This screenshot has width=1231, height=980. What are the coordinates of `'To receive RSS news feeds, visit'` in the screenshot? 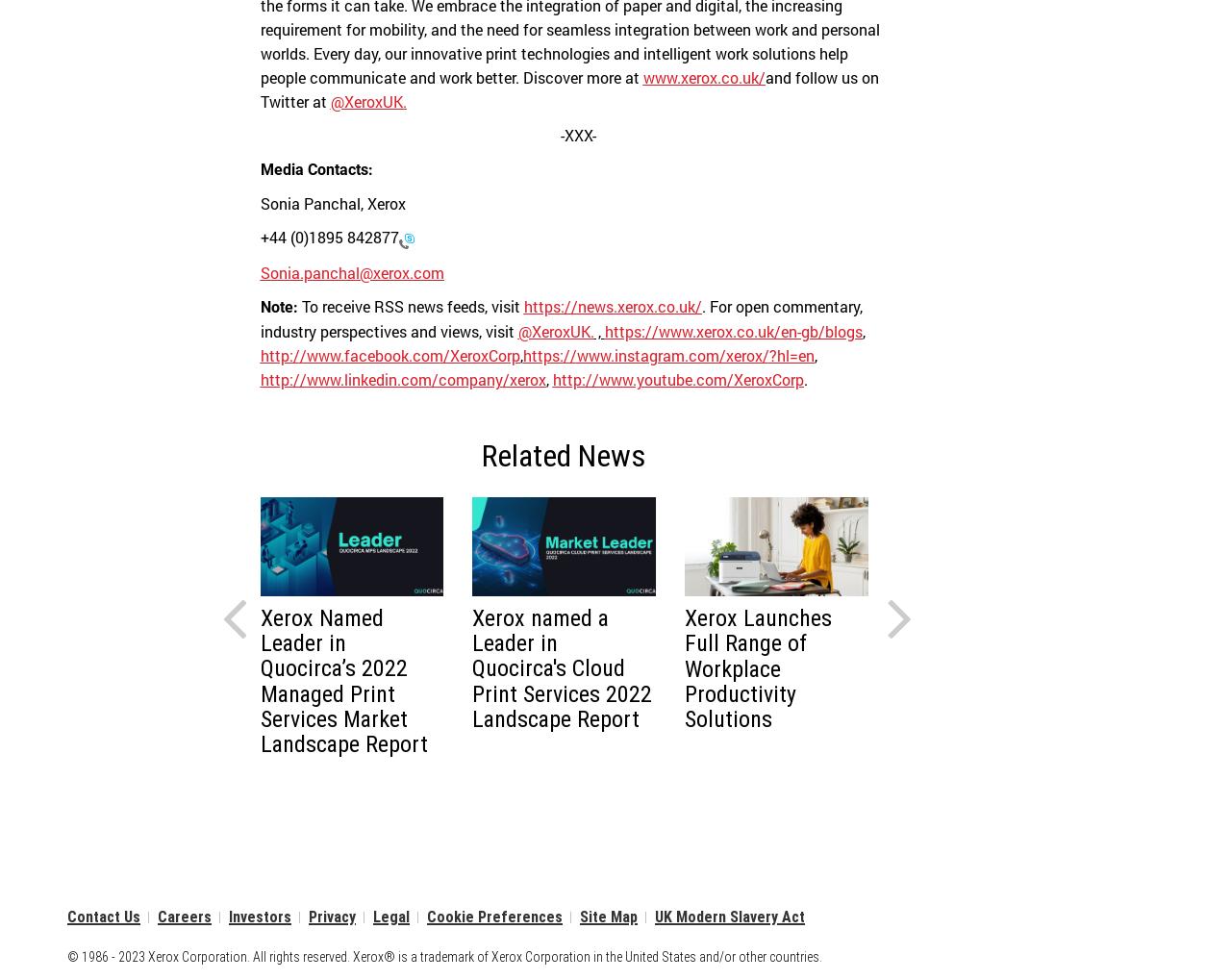 It's located at (409, 305).